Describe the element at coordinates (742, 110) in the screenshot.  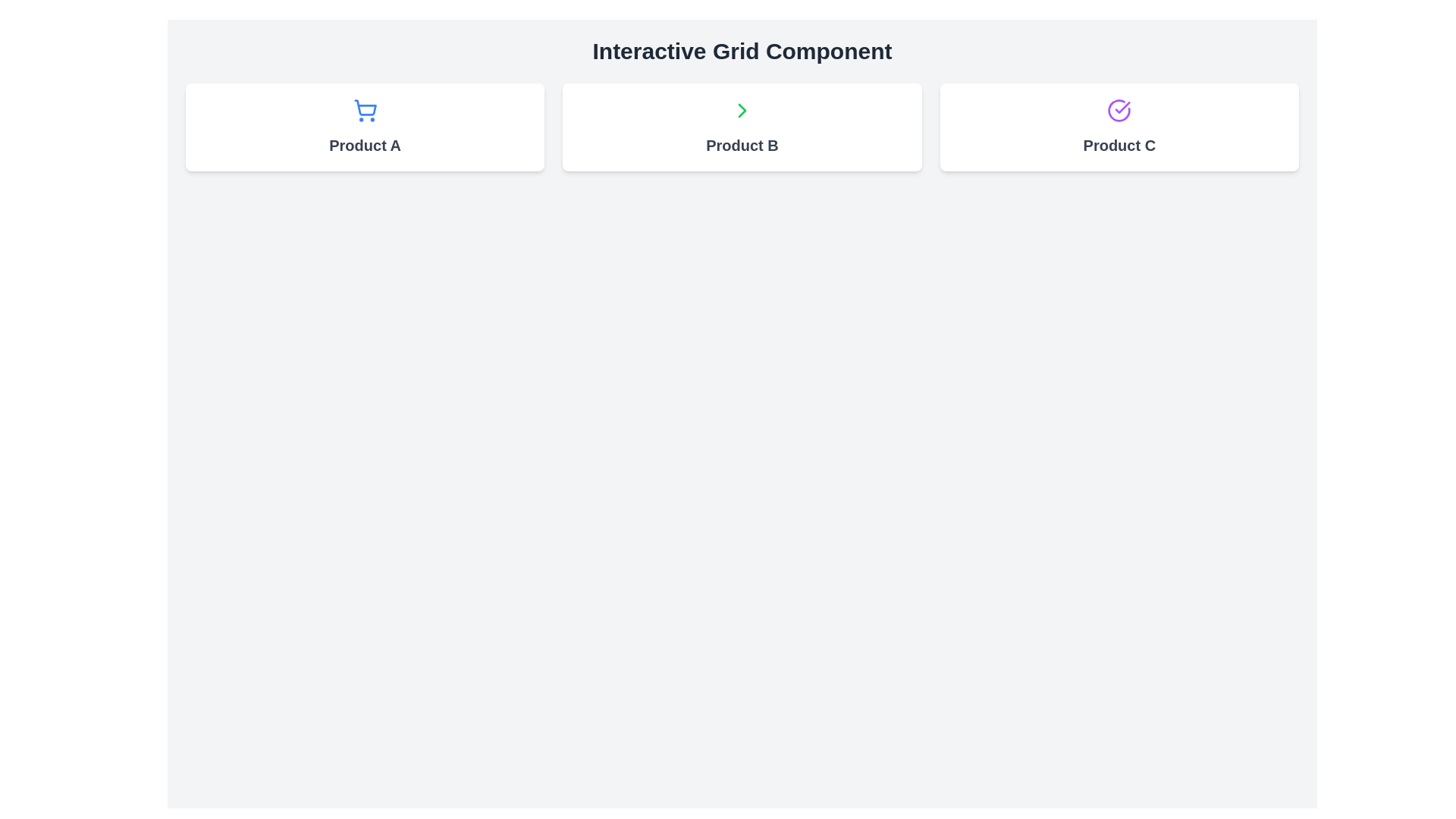
I see `the green rightward chevron icon located within the white card labeled 'Product B'` at that location.